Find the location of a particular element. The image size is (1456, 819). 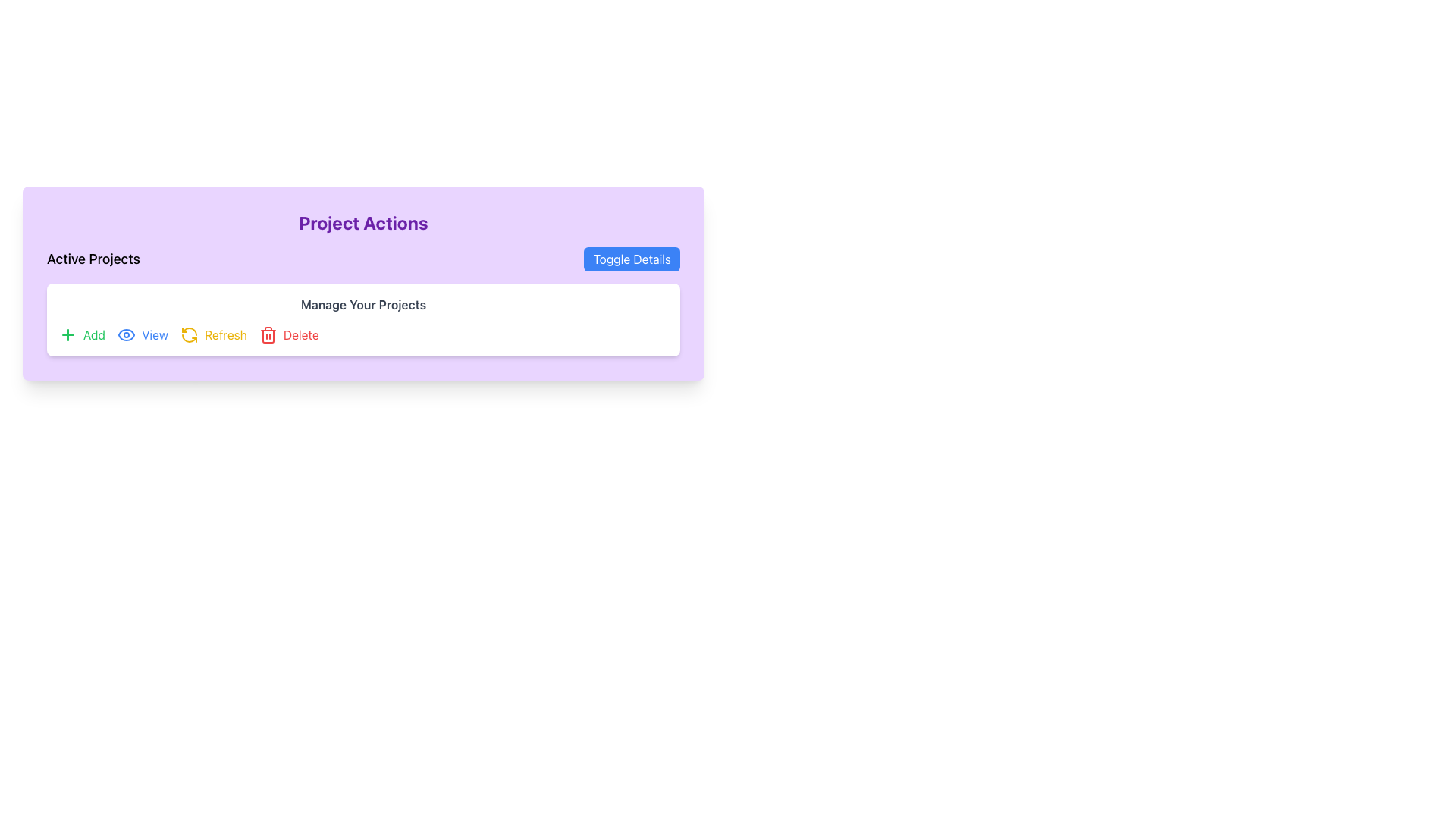

the button located on the far right side of the header section labeled 'Active Projects' is located at coordinates (632, 259).